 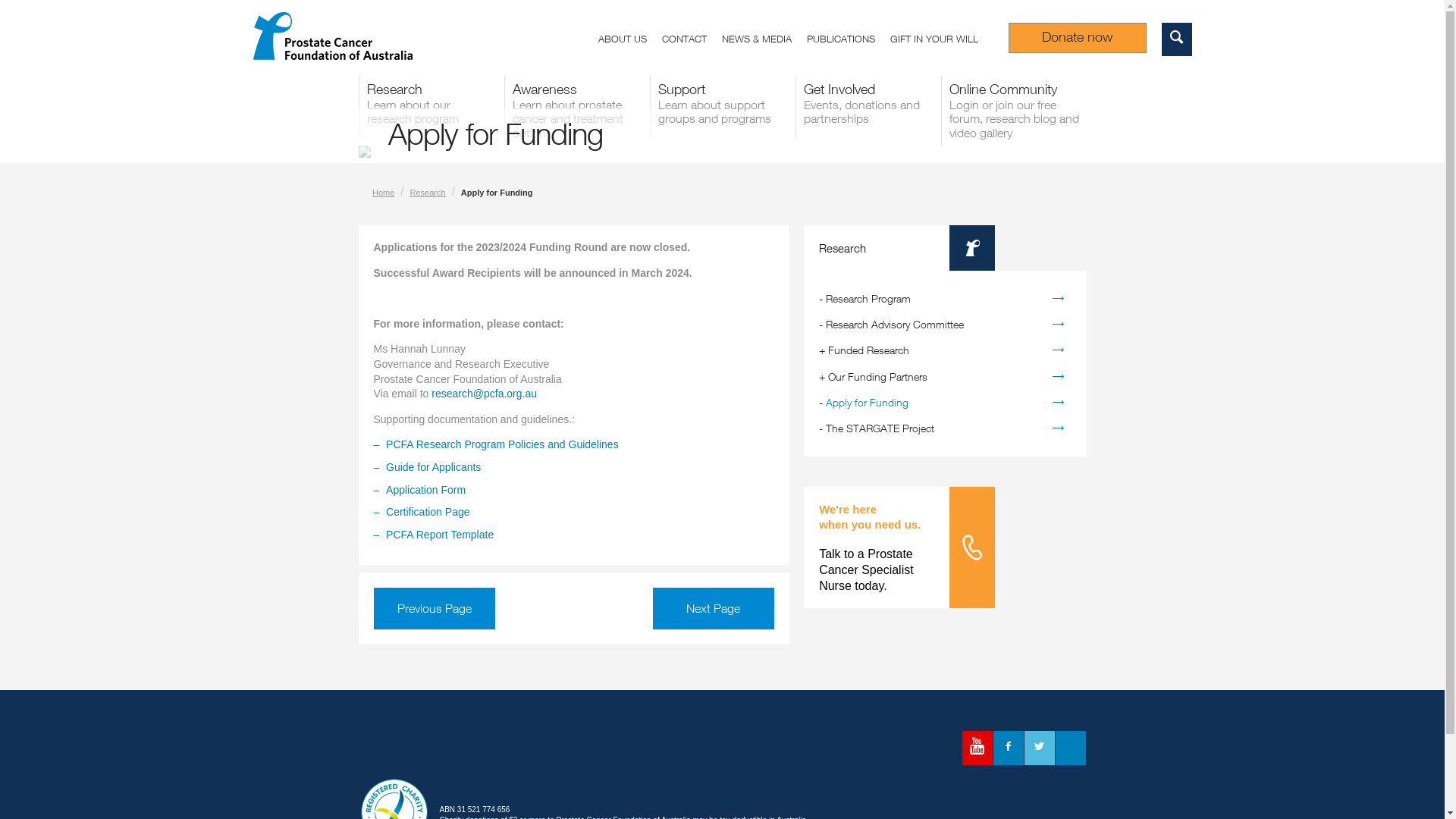 What do you see at coordinates (502, 444) in the screenshot?
I see `'PCFA Research Program Policies and Guidelines'` at bounding box center [502, 444].